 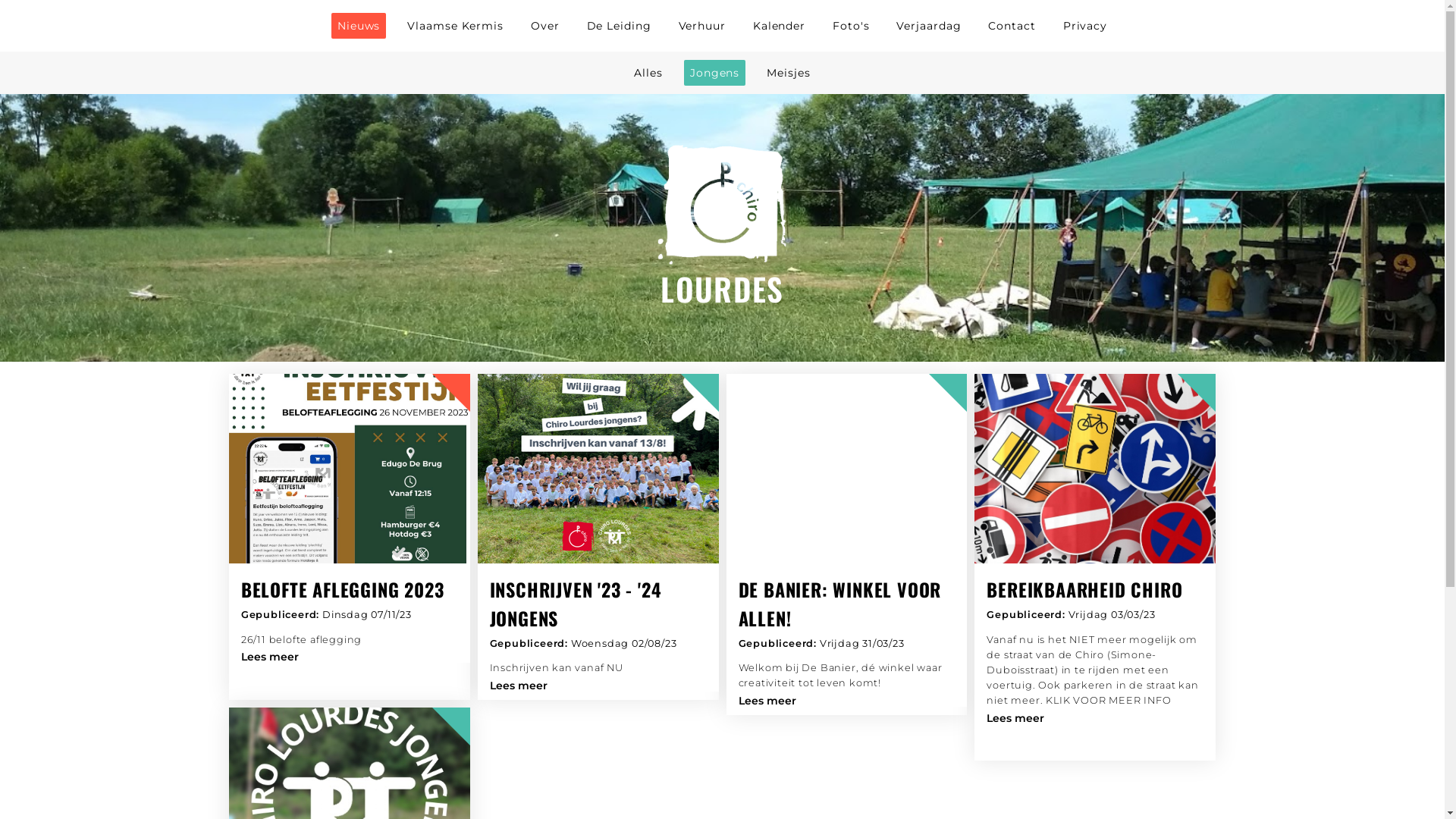 I want to click on 'De Leiding', so click(x=619, y=26).